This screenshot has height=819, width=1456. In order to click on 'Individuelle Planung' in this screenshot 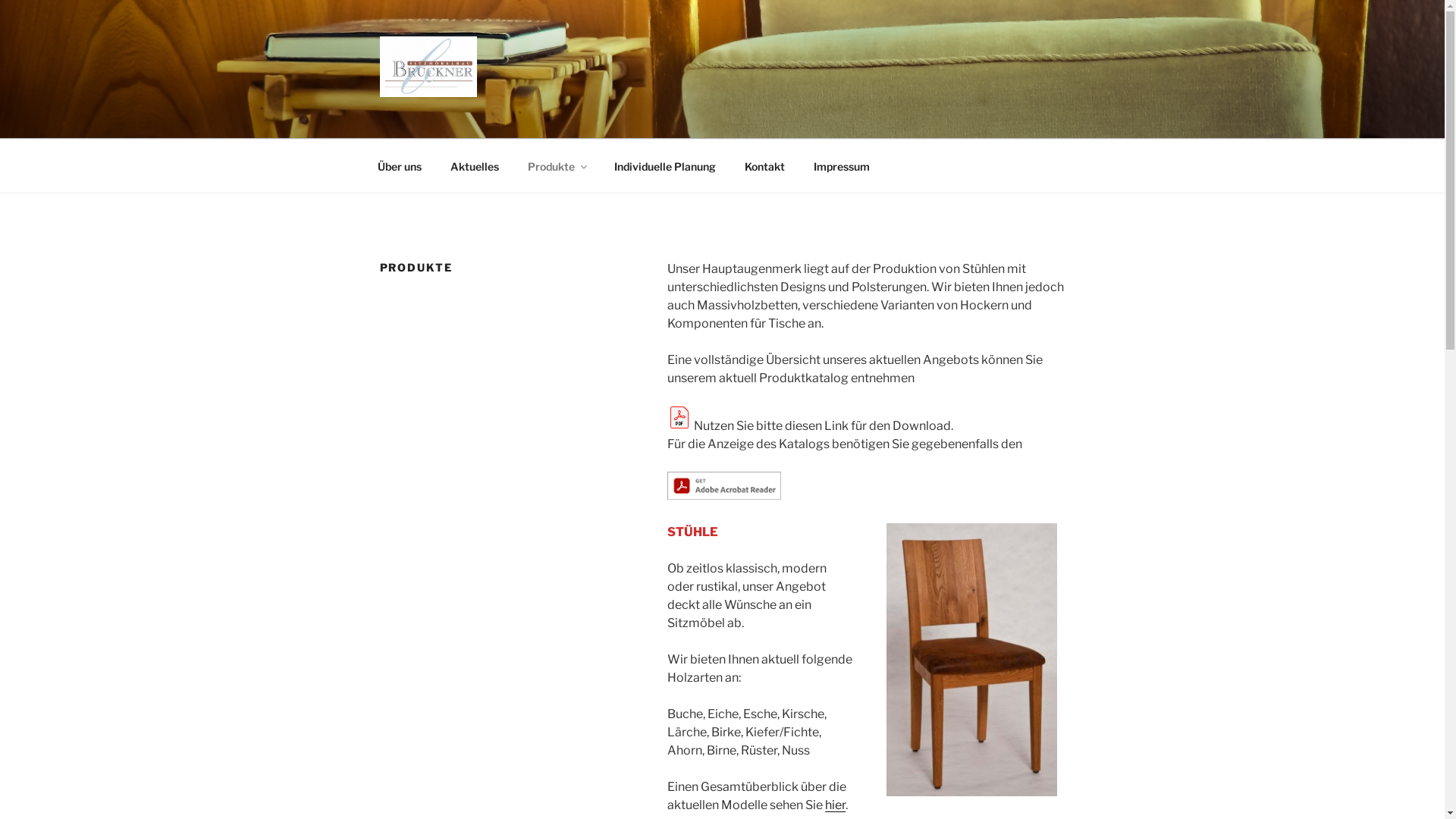, I will do `click(664, 165)`.